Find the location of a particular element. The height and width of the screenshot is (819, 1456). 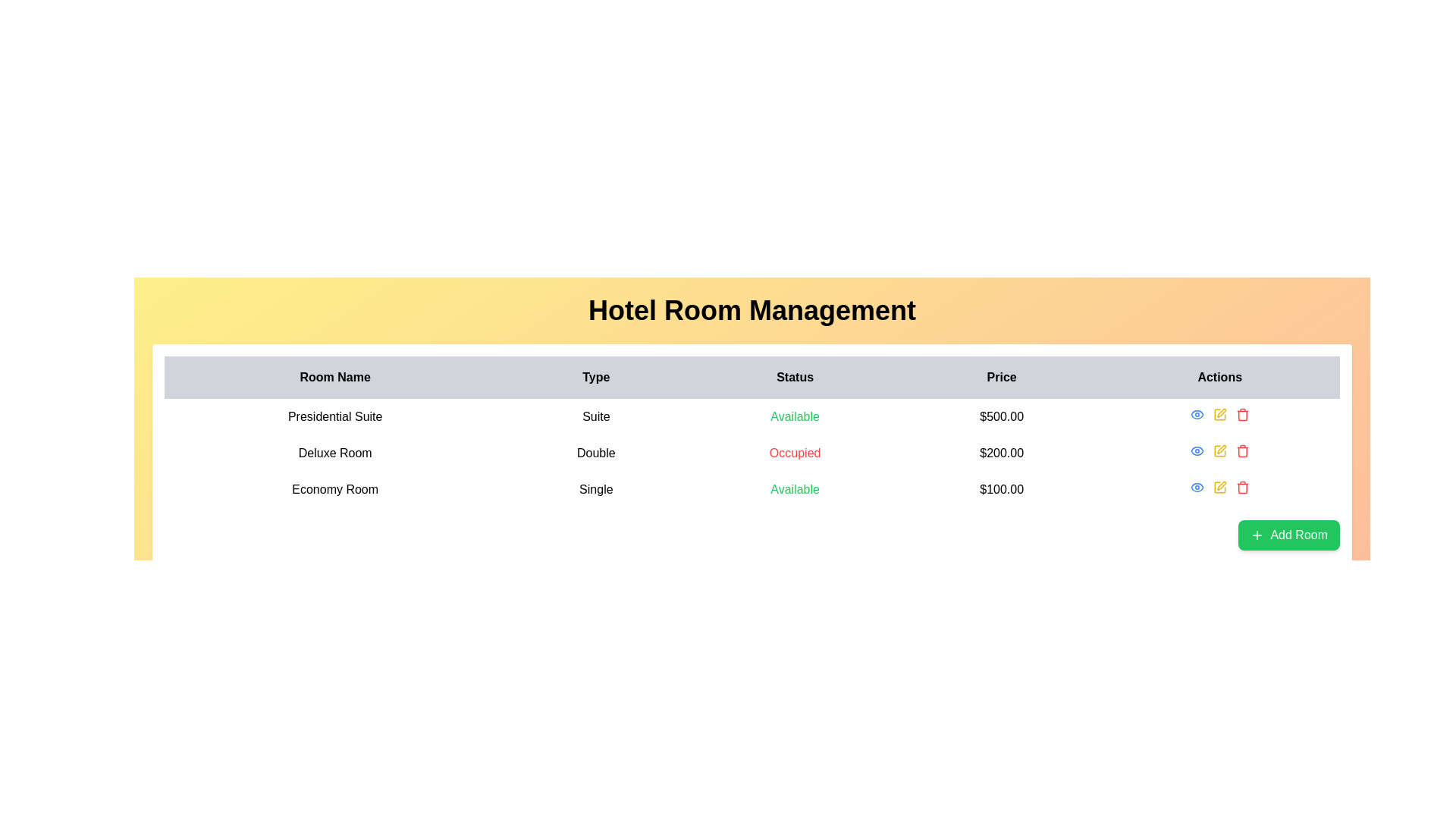

the small pen icon located in the 'Actions' column of the 'Economy Room' entry in the table is located at coordinates (1221, 485).